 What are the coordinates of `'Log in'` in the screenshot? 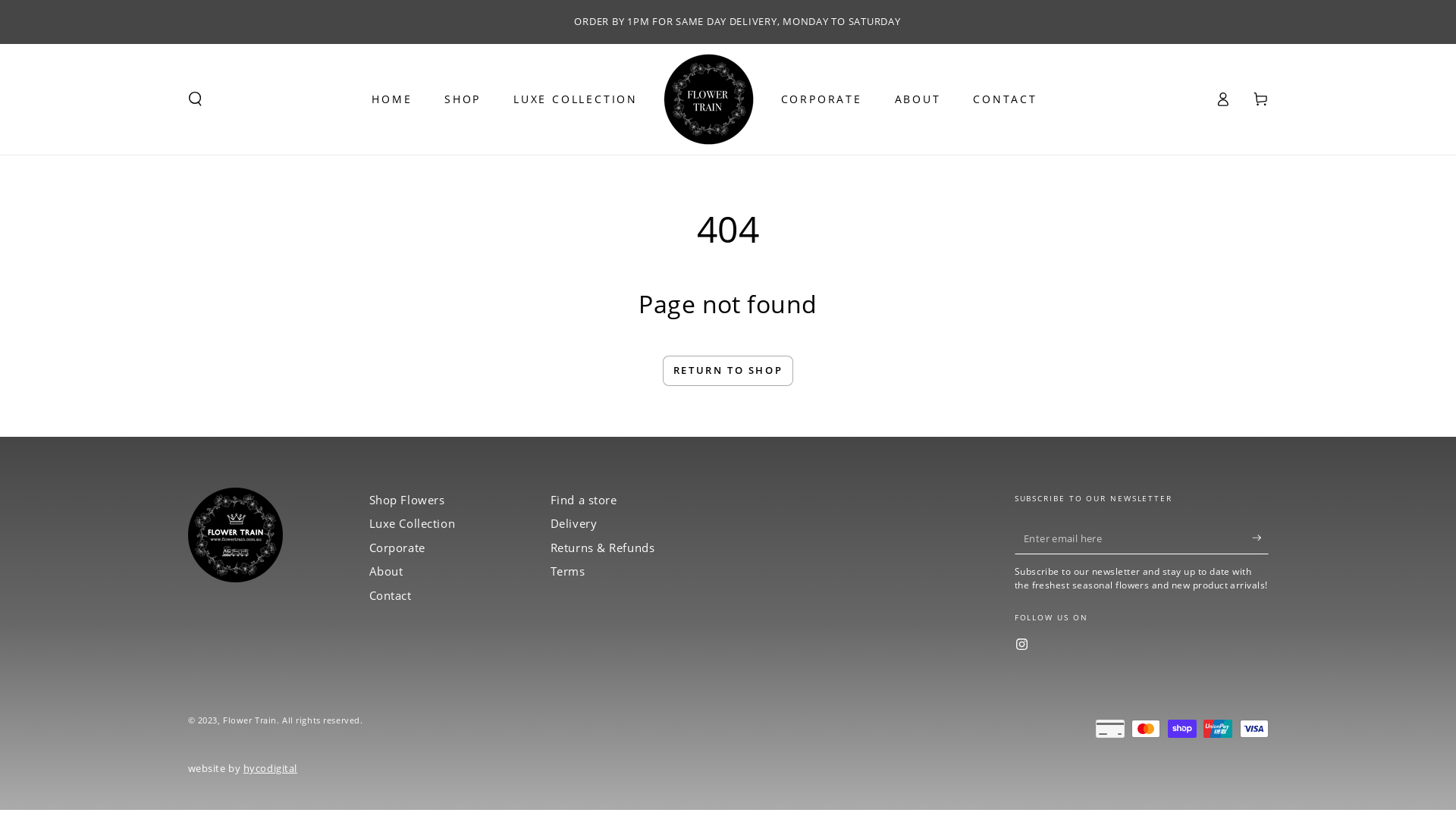 It's located at (1222, 99).